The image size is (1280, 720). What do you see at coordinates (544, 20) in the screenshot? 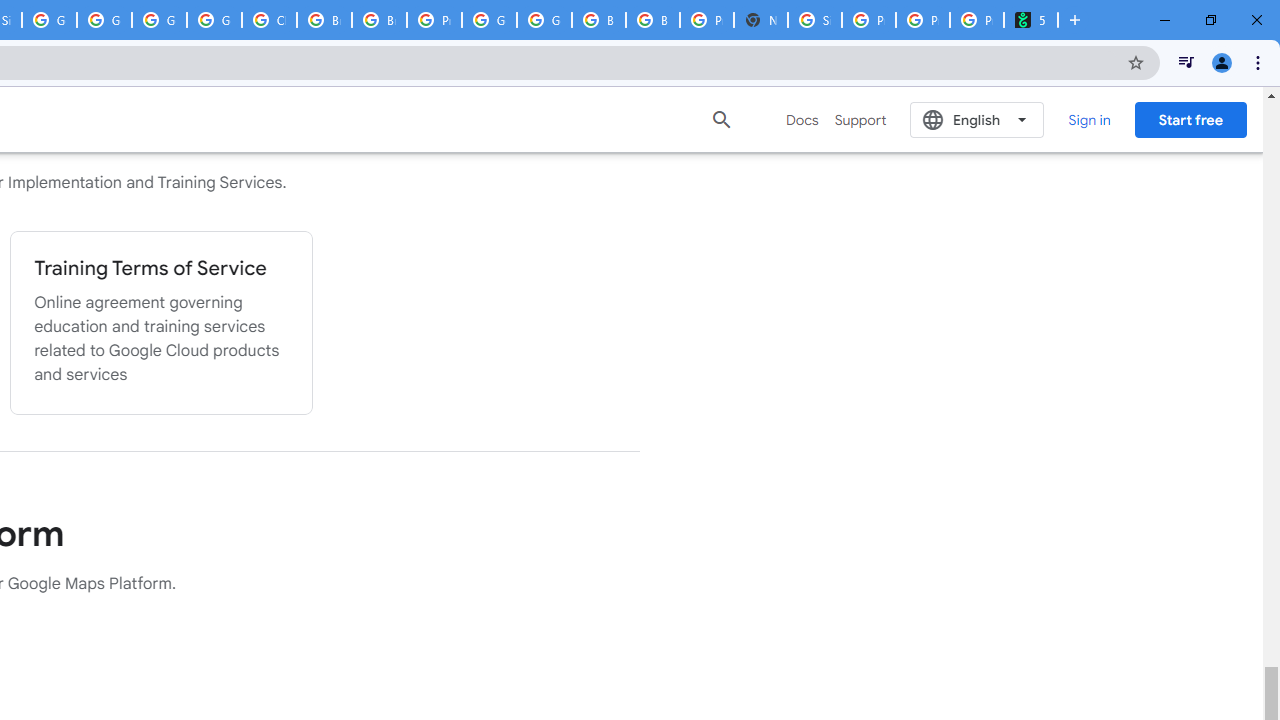
I see `'Google Cloud Platform'` at bounding box center [544, 20].